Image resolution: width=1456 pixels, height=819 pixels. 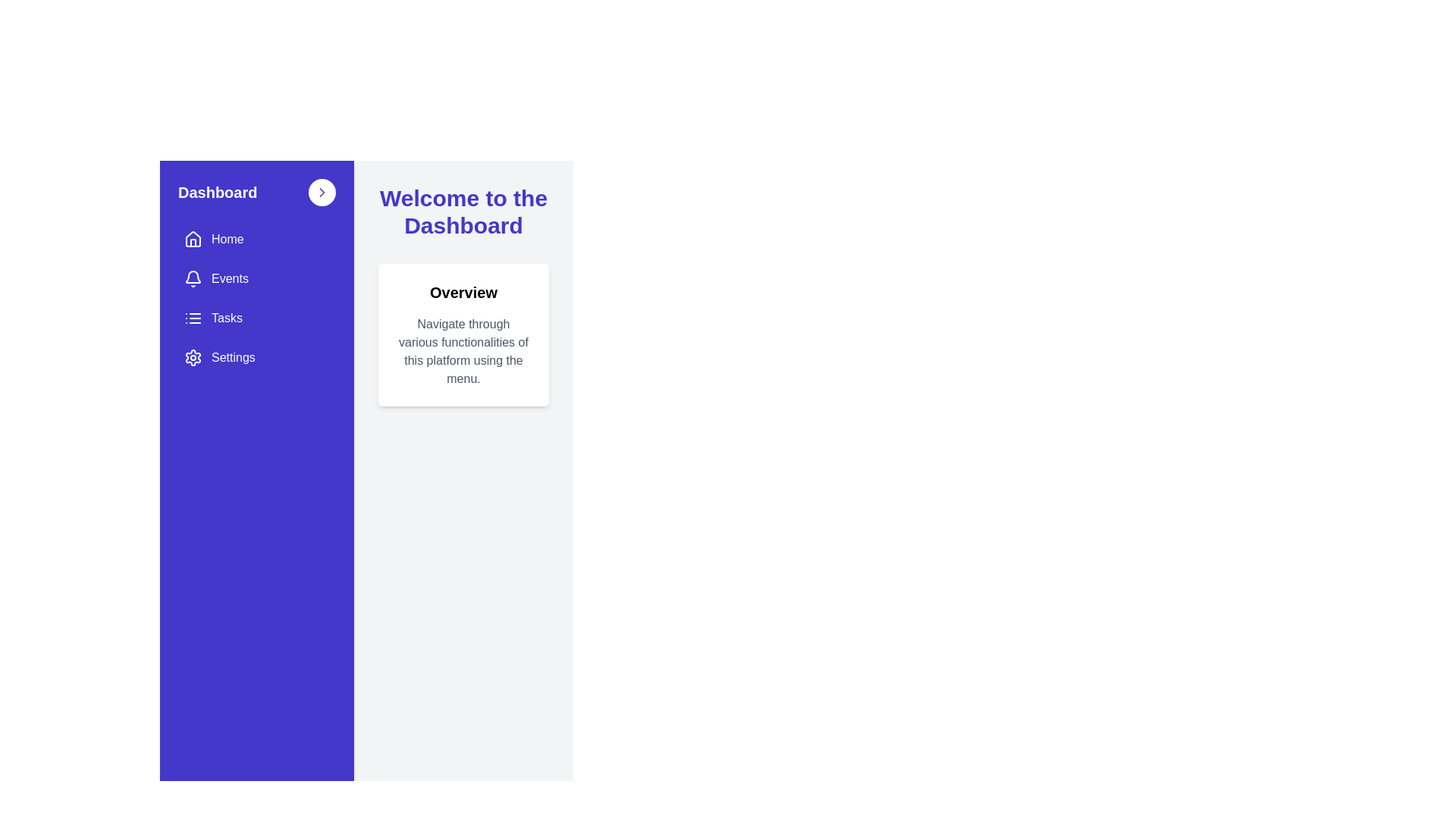 I want to click on the 'Settings' text label, which is styled in white text color against a blue background, located at the bottom of the vertical navigation menu on the left side of the interface, so click(x=232, y=357).